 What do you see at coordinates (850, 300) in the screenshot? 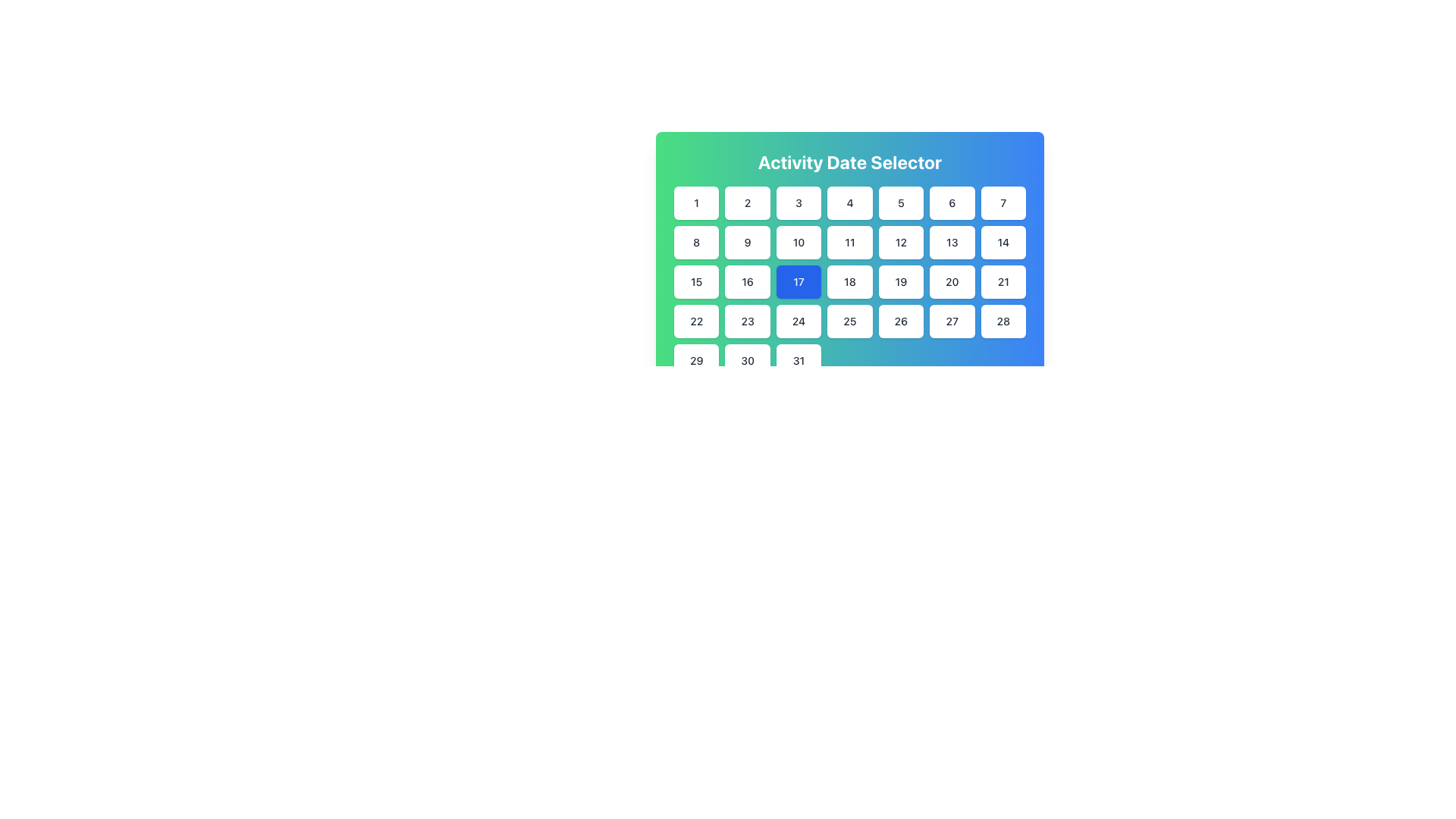
I see `the specific date in the calendar UI component` at bounding box center [850, 300].